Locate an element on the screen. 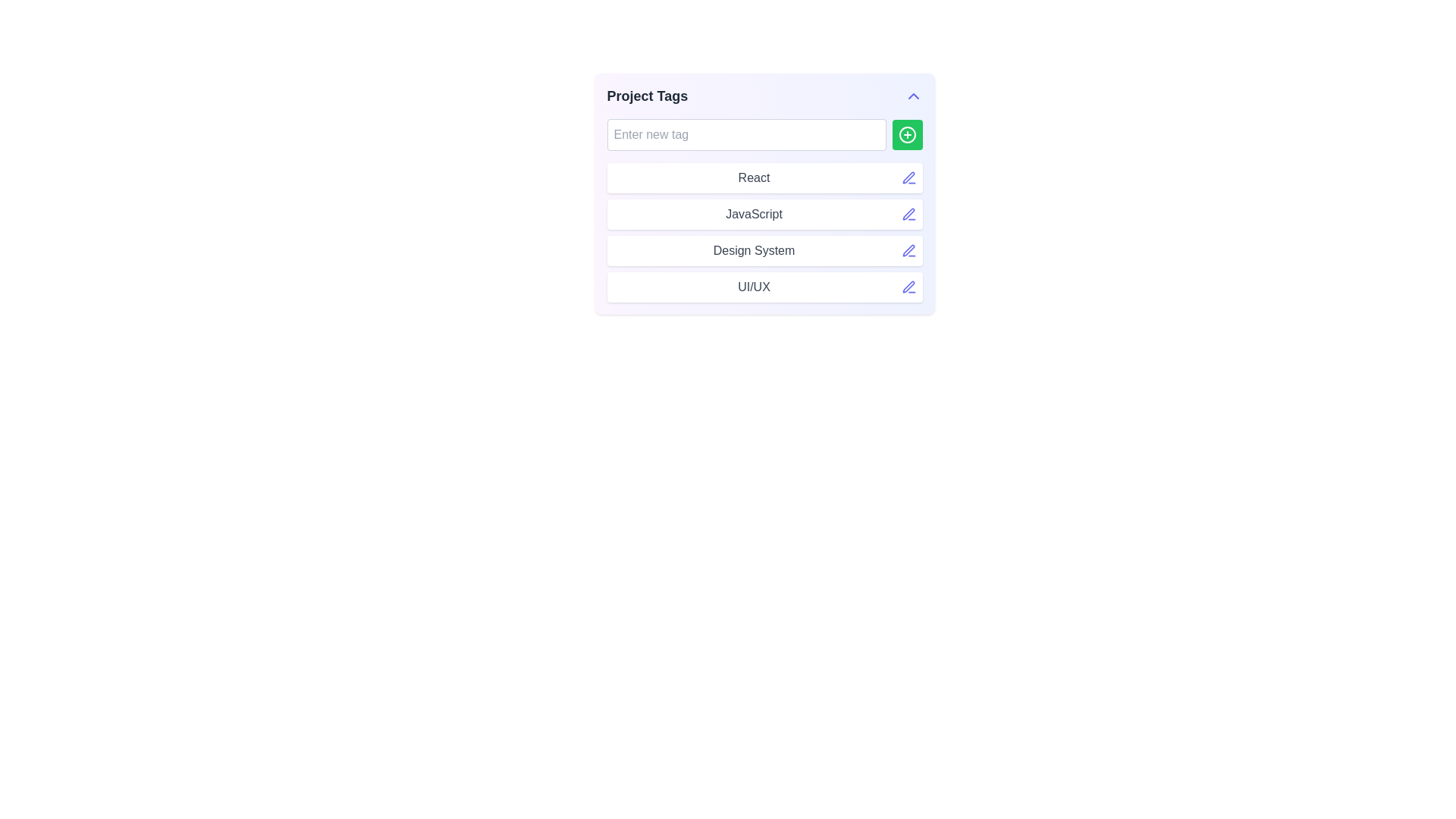 The image size is (1456, 819). the pen icon located to the right of the 'JavaScript' tag within the 'Project Tags' card to initiate editing is located at coordinates (908, 214).